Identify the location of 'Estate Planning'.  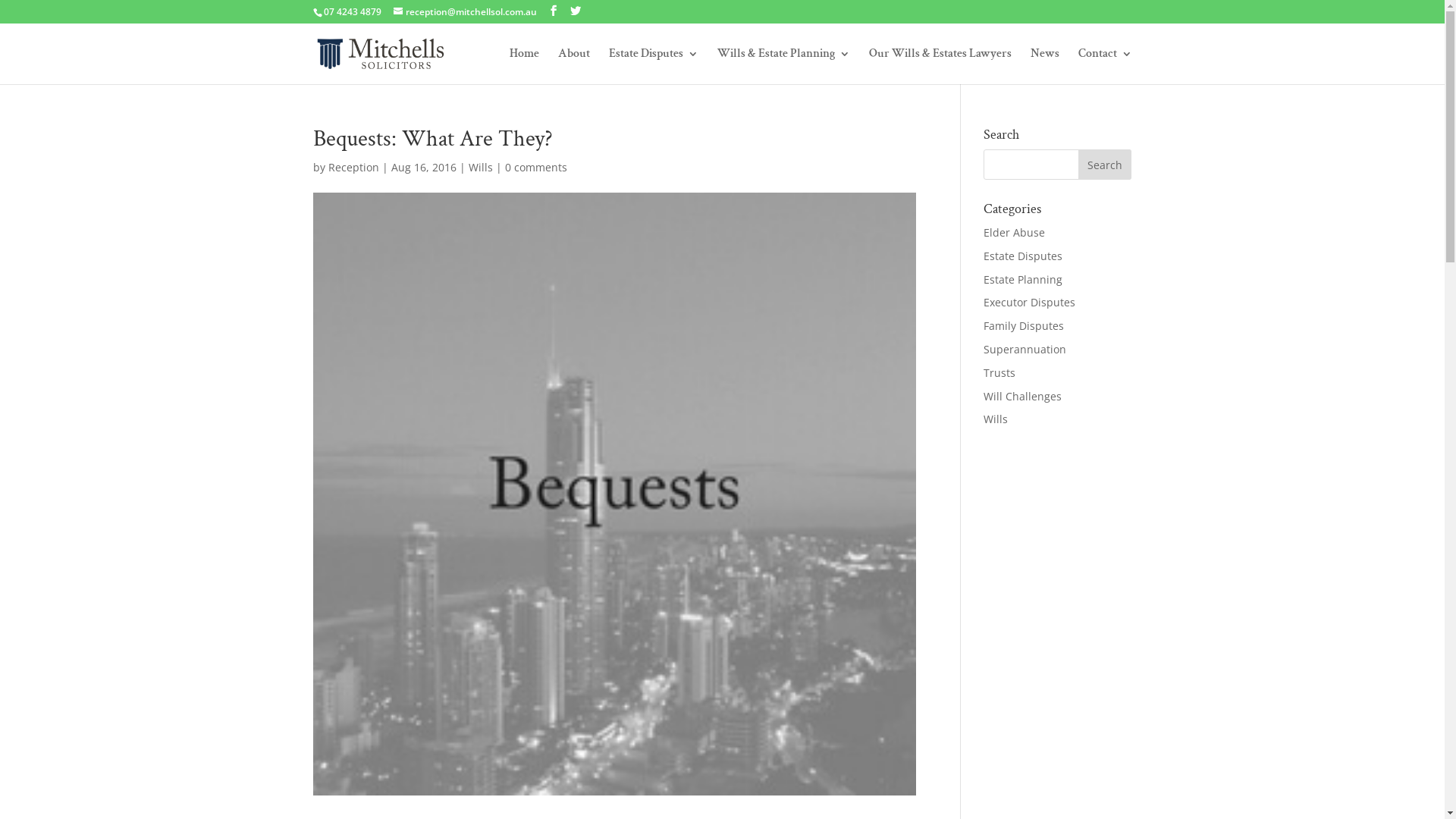
(1022, 279).